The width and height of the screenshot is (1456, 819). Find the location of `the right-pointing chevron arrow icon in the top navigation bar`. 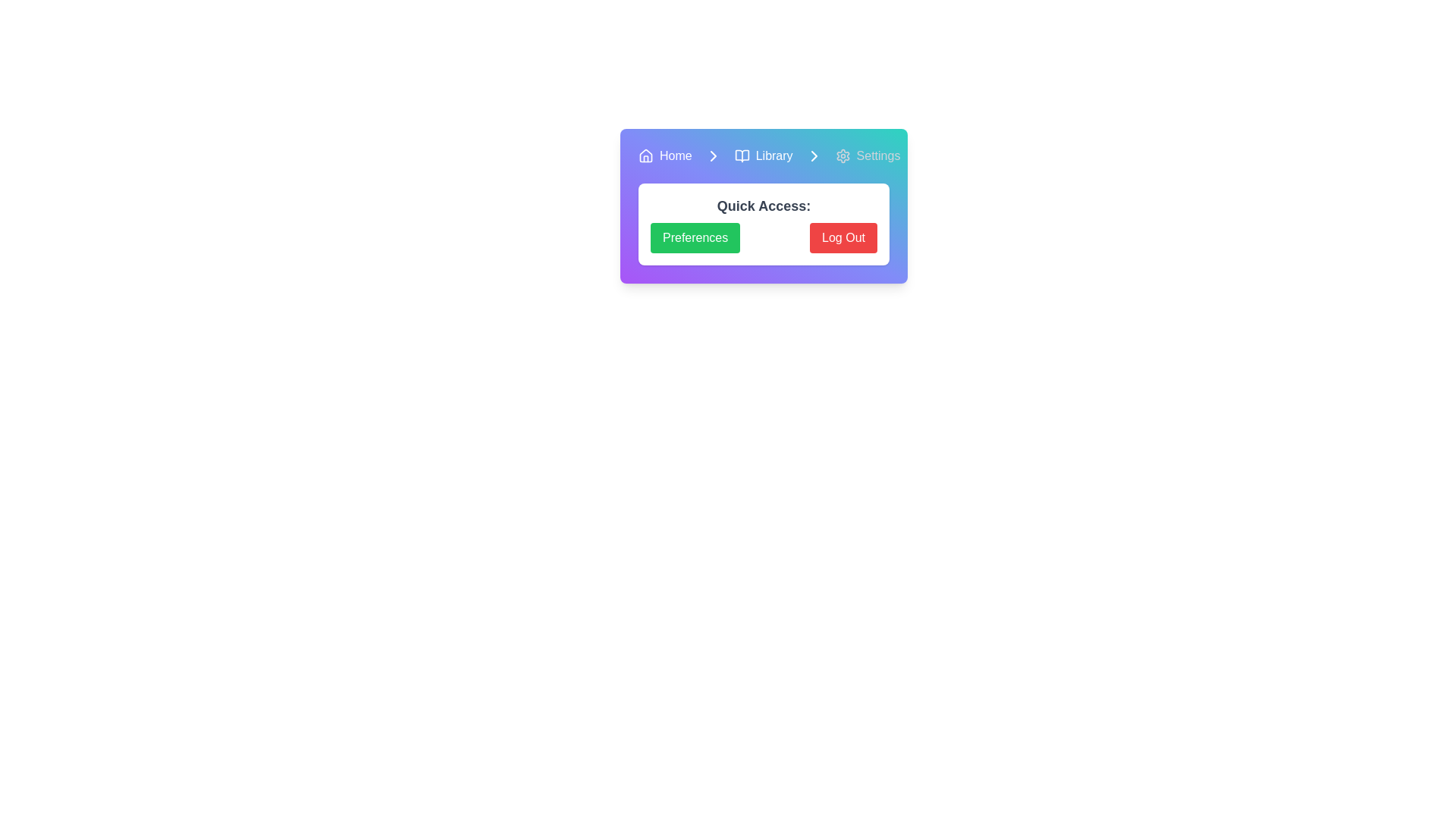

the right-pointing chevron arrow icon in the top navigation bar is located at coordinates (712, 155).